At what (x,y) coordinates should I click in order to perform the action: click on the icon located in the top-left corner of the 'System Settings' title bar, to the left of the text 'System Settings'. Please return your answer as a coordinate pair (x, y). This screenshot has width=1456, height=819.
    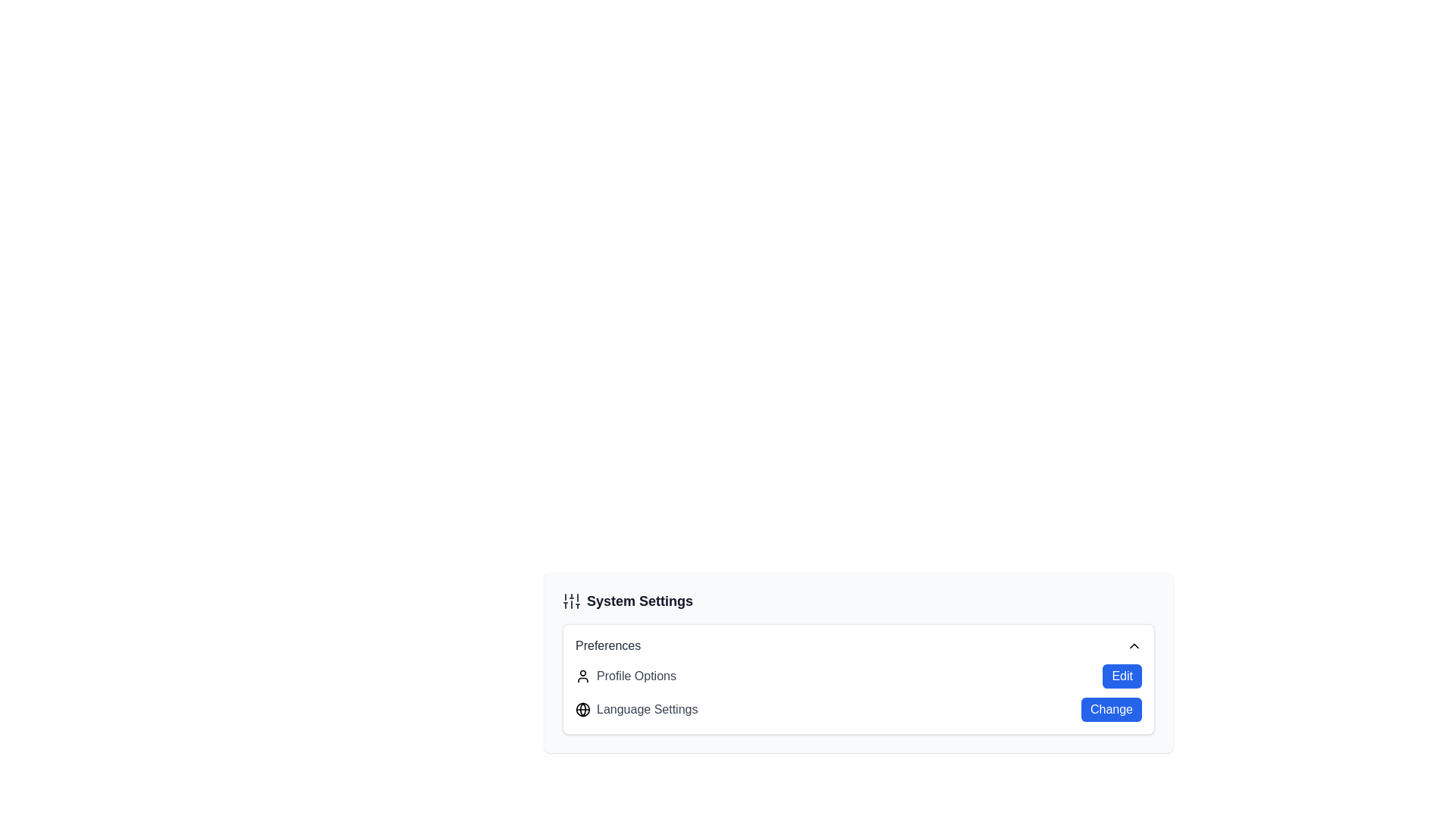
    Looking at the image, I should click on (570, 601).